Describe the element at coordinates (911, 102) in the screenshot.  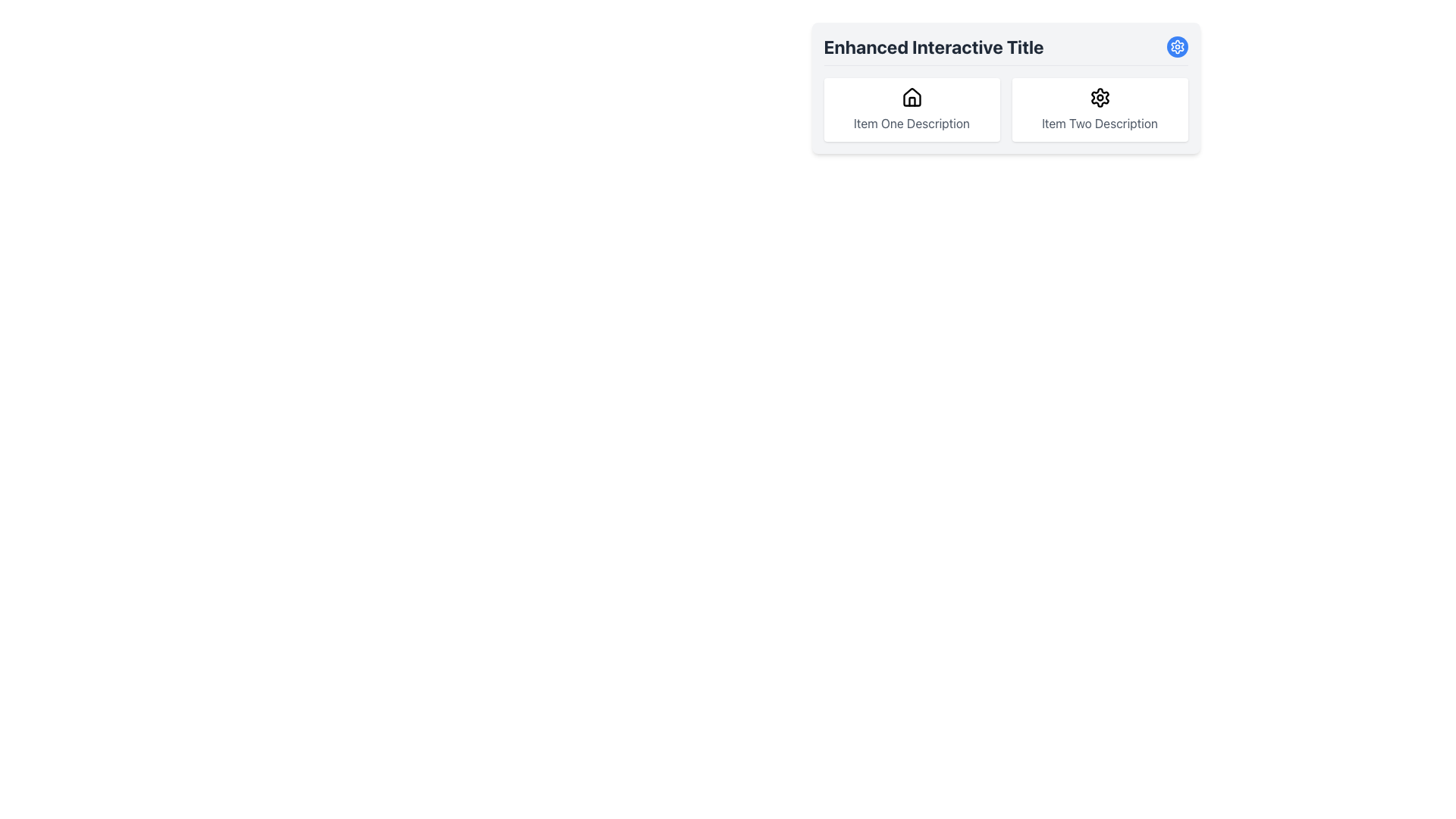
I see `vertical line representing the door within the house-shaped icon, located at the center of the icon, by opening the developer tools` at that location.